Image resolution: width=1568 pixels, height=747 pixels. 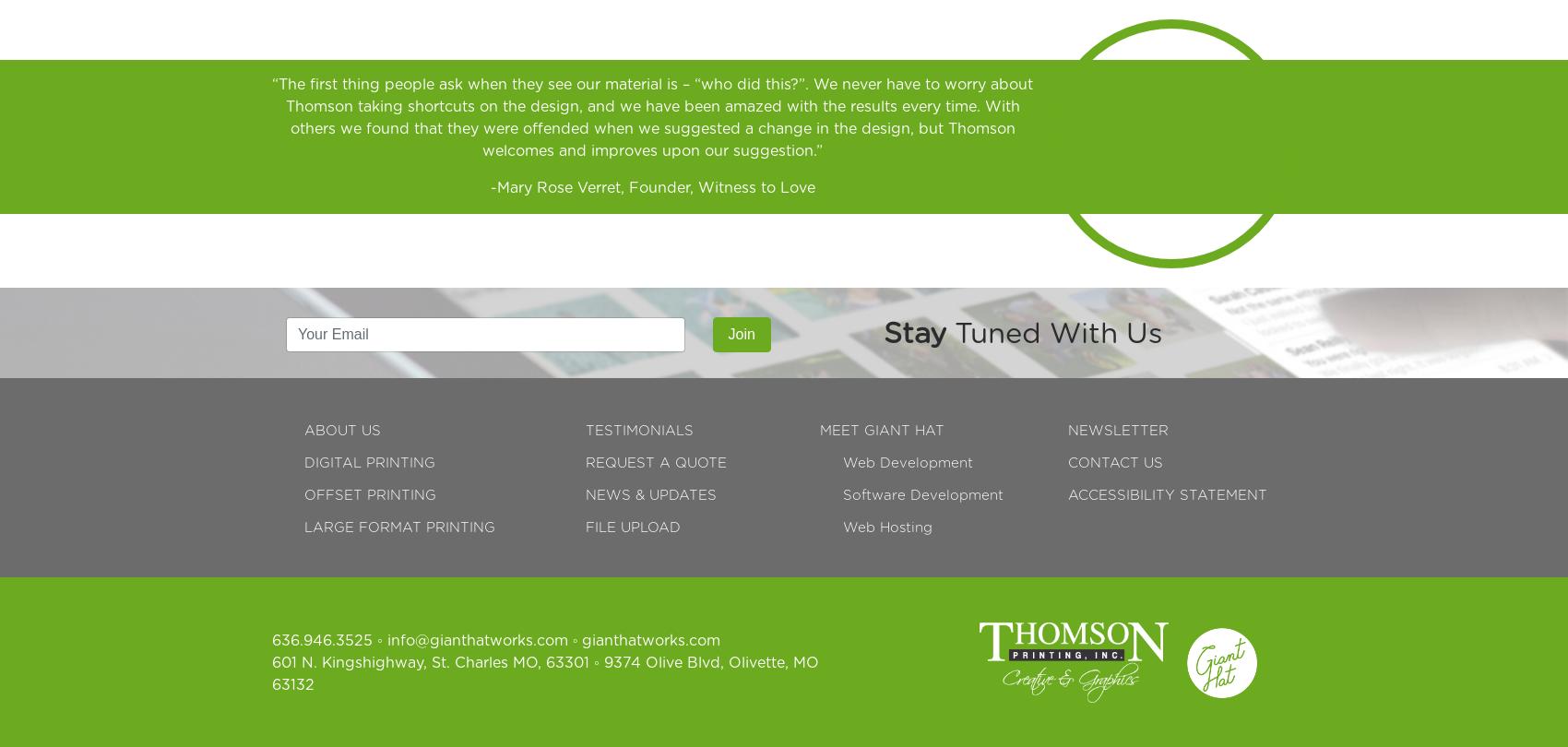 I want to click on '“The first thing people ask when they see our material is – “who did this?”. We never have to worry about Thomson taking shortcuts on the design, and we have been amazed with the results every time. With others we found that they were offended when we suggested a change in the design, but Thomson welcomes and improves upon our suggestion.”', so click(x=271, y=117).